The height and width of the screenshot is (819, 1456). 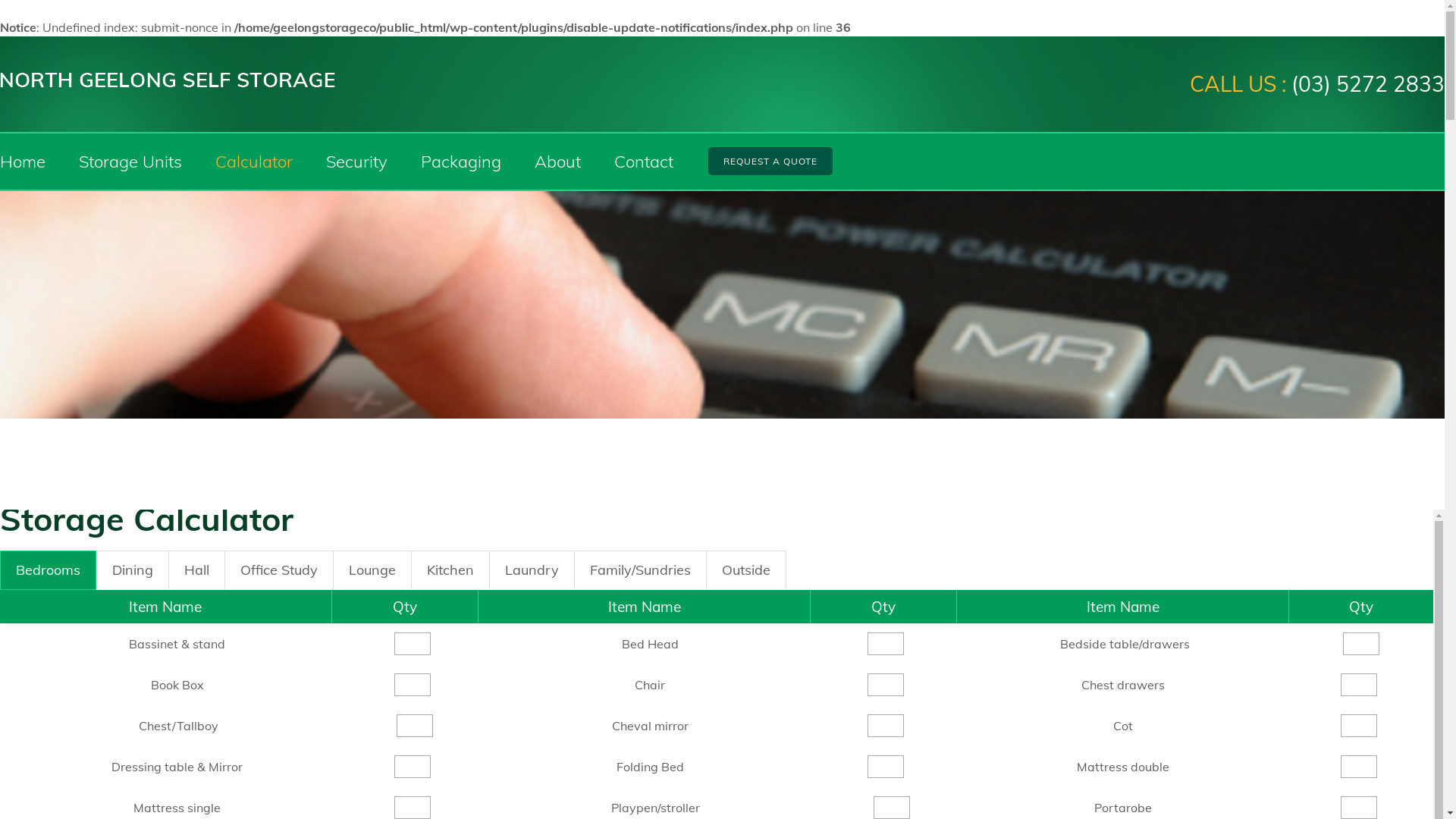 I want to click on 'CALL US : (03) 5272 2833', so click(x=1316, y=84).